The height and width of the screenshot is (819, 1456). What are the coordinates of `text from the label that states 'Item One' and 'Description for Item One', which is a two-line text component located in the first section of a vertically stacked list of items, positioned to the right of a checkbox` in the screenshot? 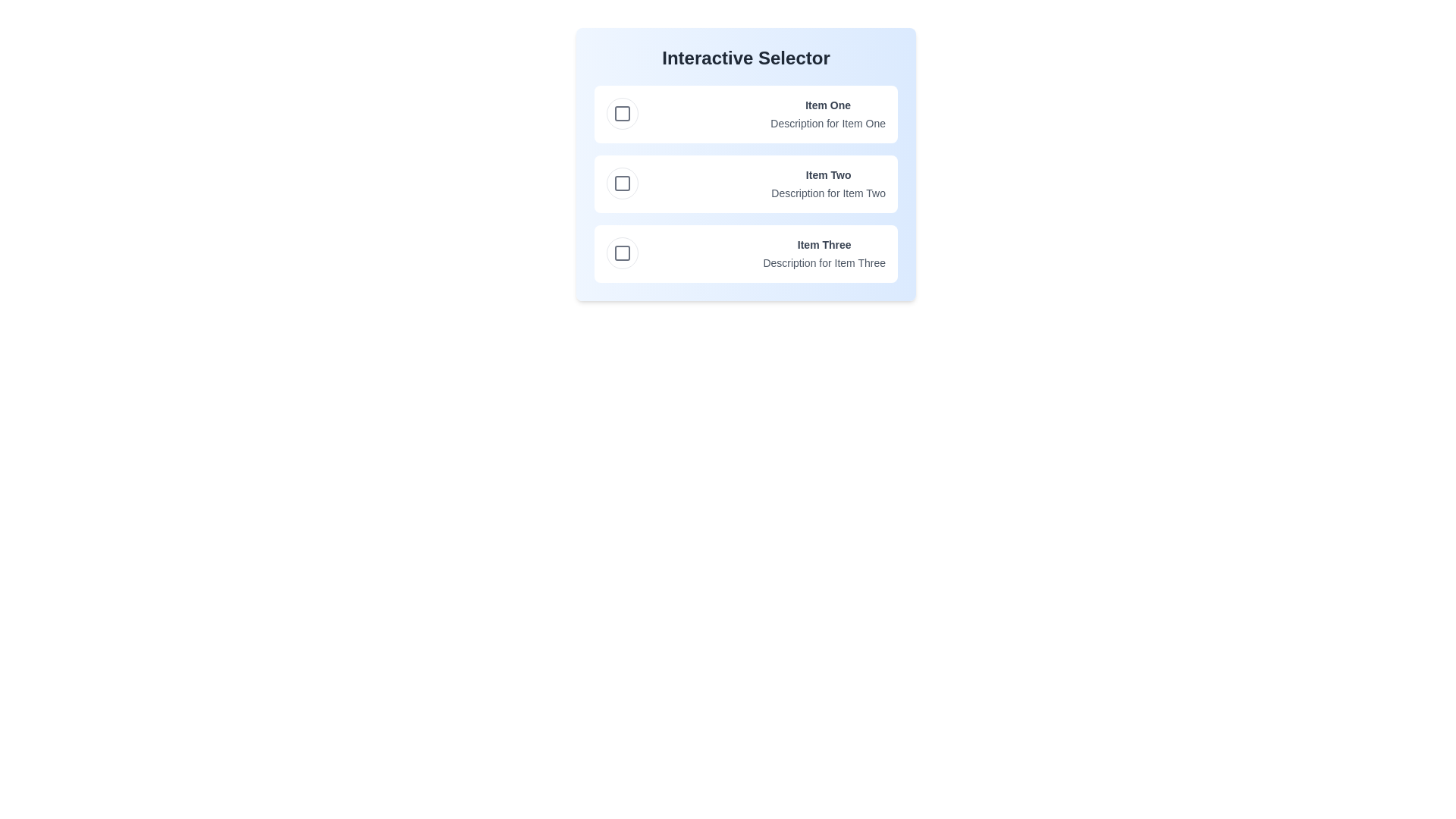 It's located at (827, 113).